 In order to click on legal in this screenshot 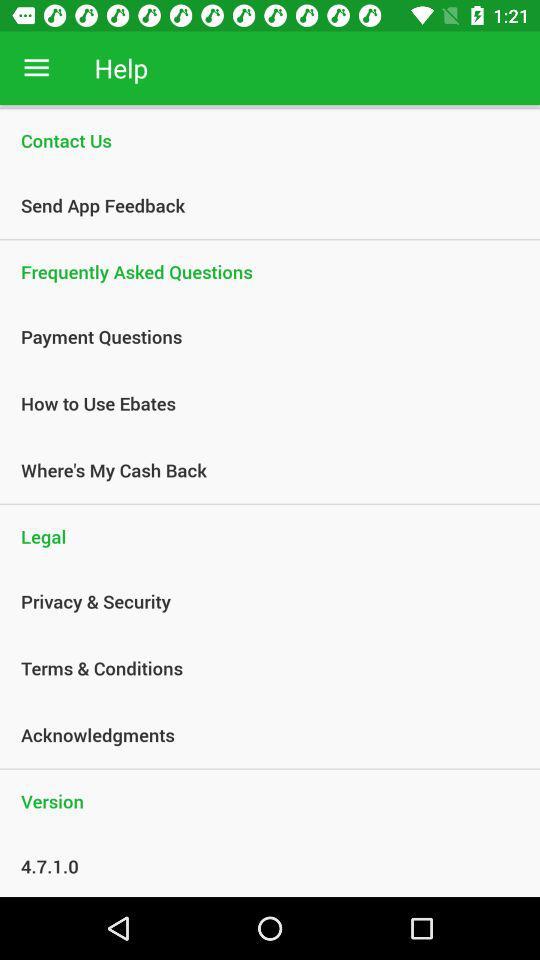, I will do `click(270, 535)`.